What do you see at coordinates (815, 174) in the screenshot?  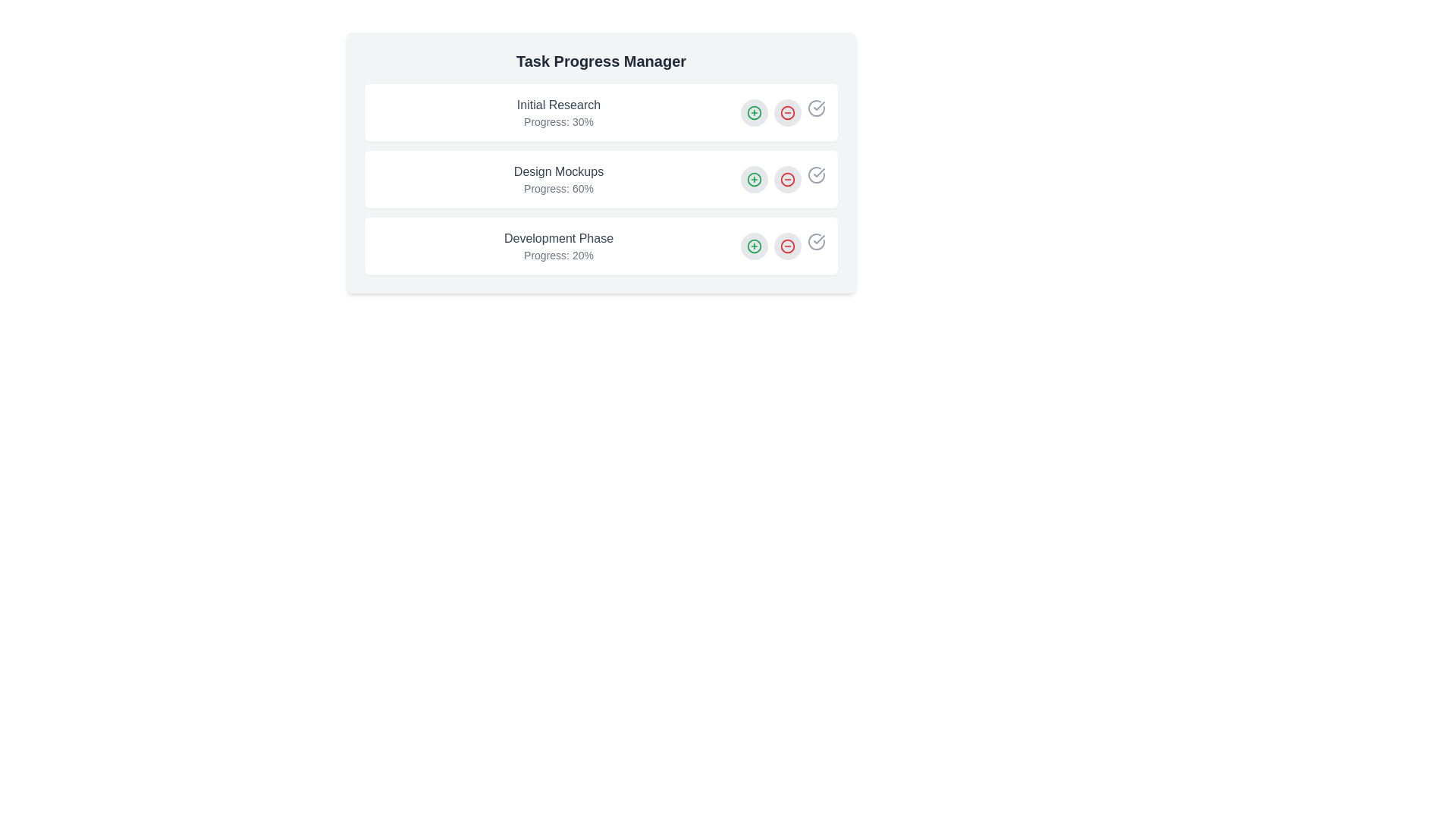 I see `the confirmation icon located on the right-hand side of the 'Design Mockups' row` at bounding box center [815, 174].